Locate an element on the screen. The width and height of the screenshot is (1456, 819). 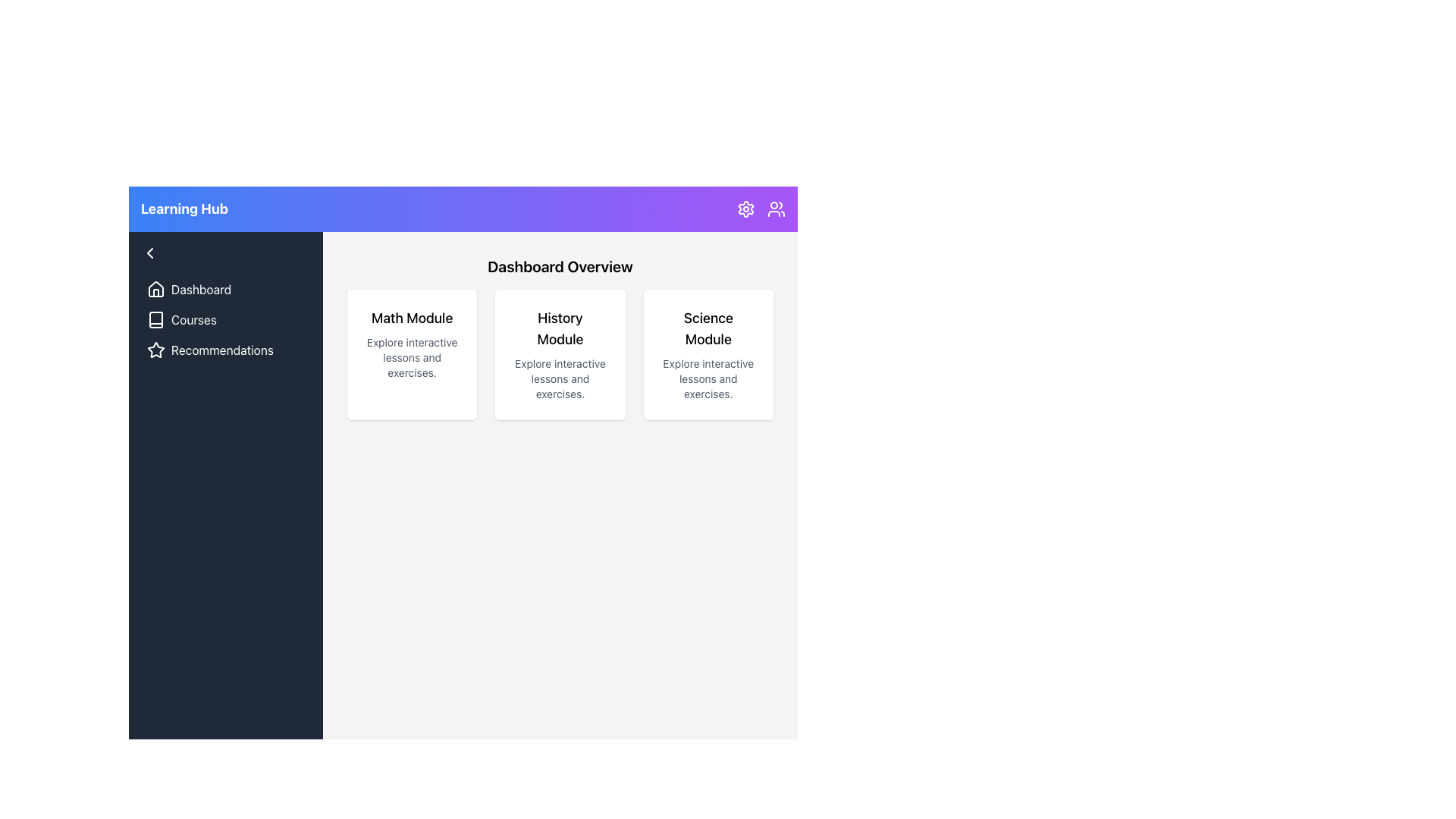
one of the interactive cards in the horizontal grid layout located beneath the 'Dashboard Overview' heading is located at coordinates (560, 354).